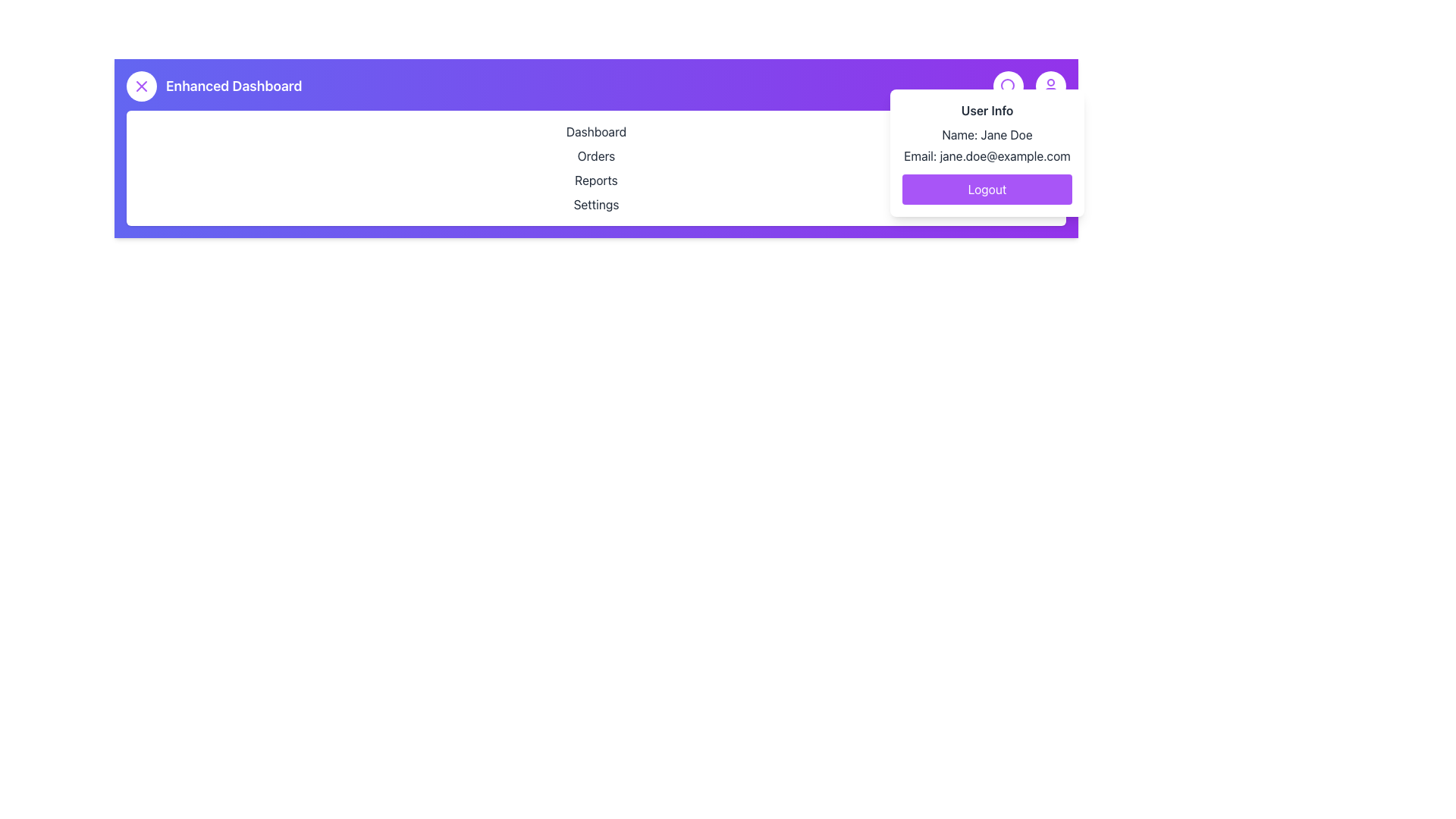 The image size is (1456, 819). What do you see at coordinates (142, 86) in the screenshot?
I see `the circular button with a white background and purple 'X' icon located at the top-left corner of the header labeled 'Enhanced Dashboard'` at bounding box center [142, 86].